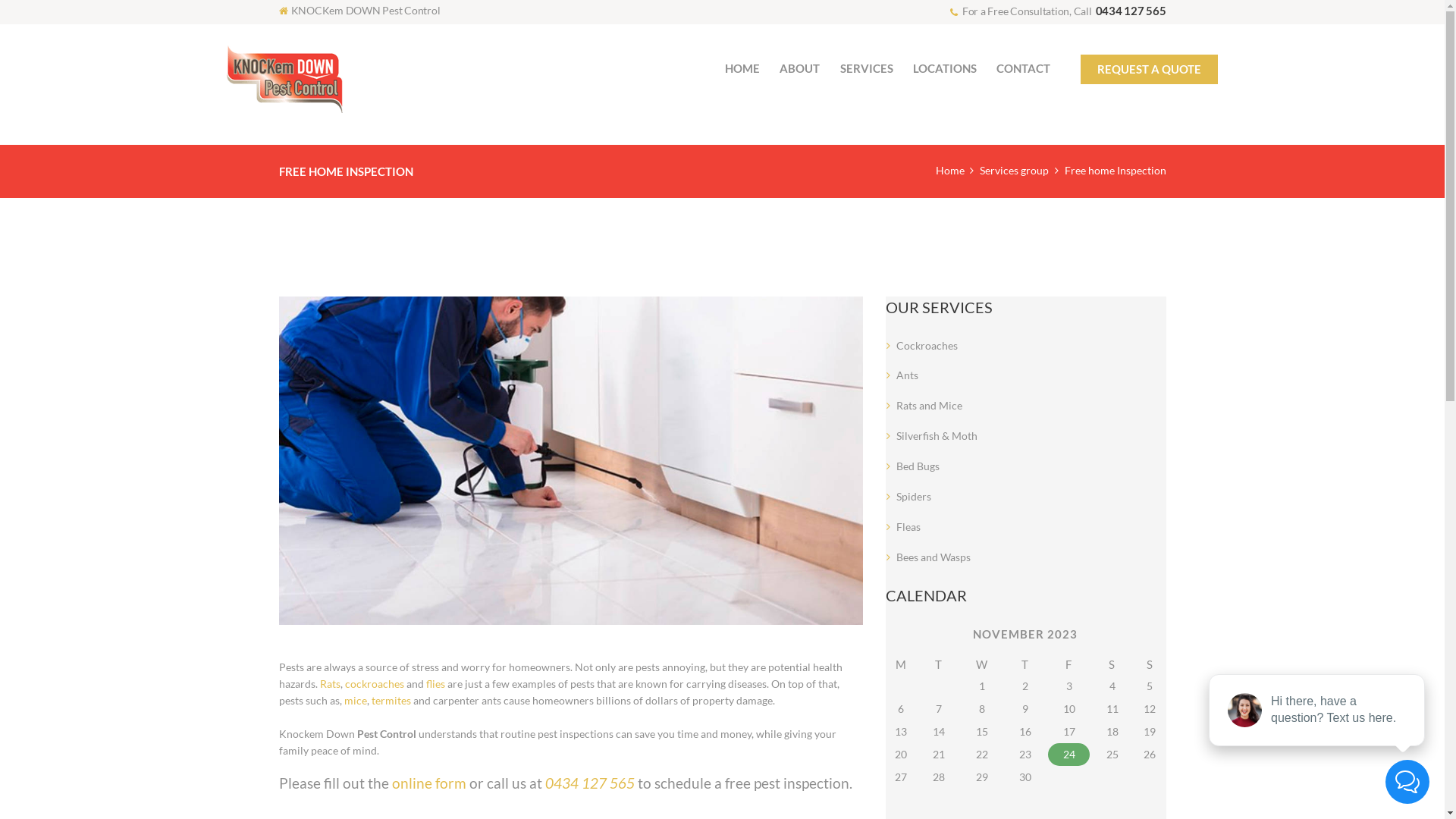 The height and width of the screenshot is (819, 1456). Describe the element at coordinates (435, 683) in the screenshot. I see `'flies'` at that location.